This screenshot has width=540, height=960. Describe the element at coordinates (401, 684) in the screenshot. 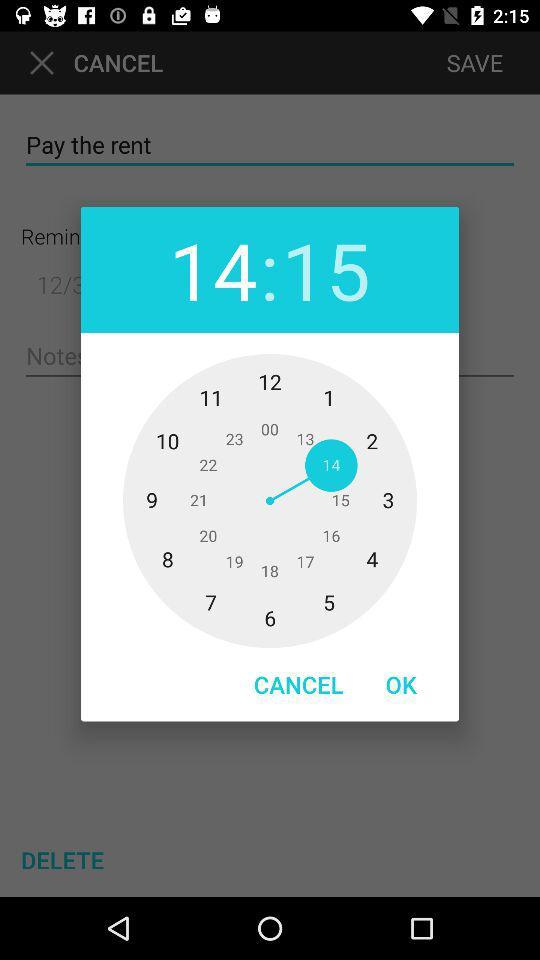

I see `the ok item` at that location.